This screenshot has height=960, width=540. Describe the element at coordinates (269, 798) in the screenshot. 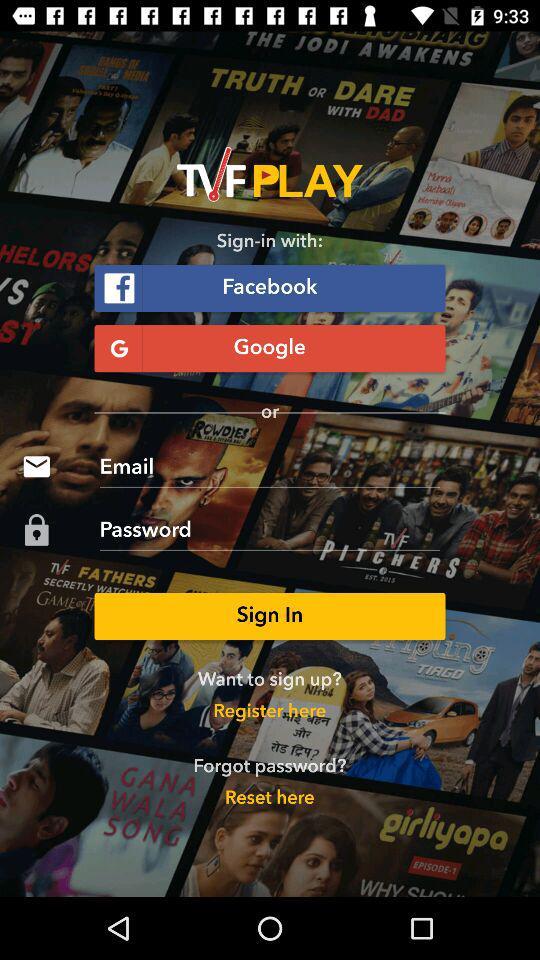

I see `the reset here item` at that location.